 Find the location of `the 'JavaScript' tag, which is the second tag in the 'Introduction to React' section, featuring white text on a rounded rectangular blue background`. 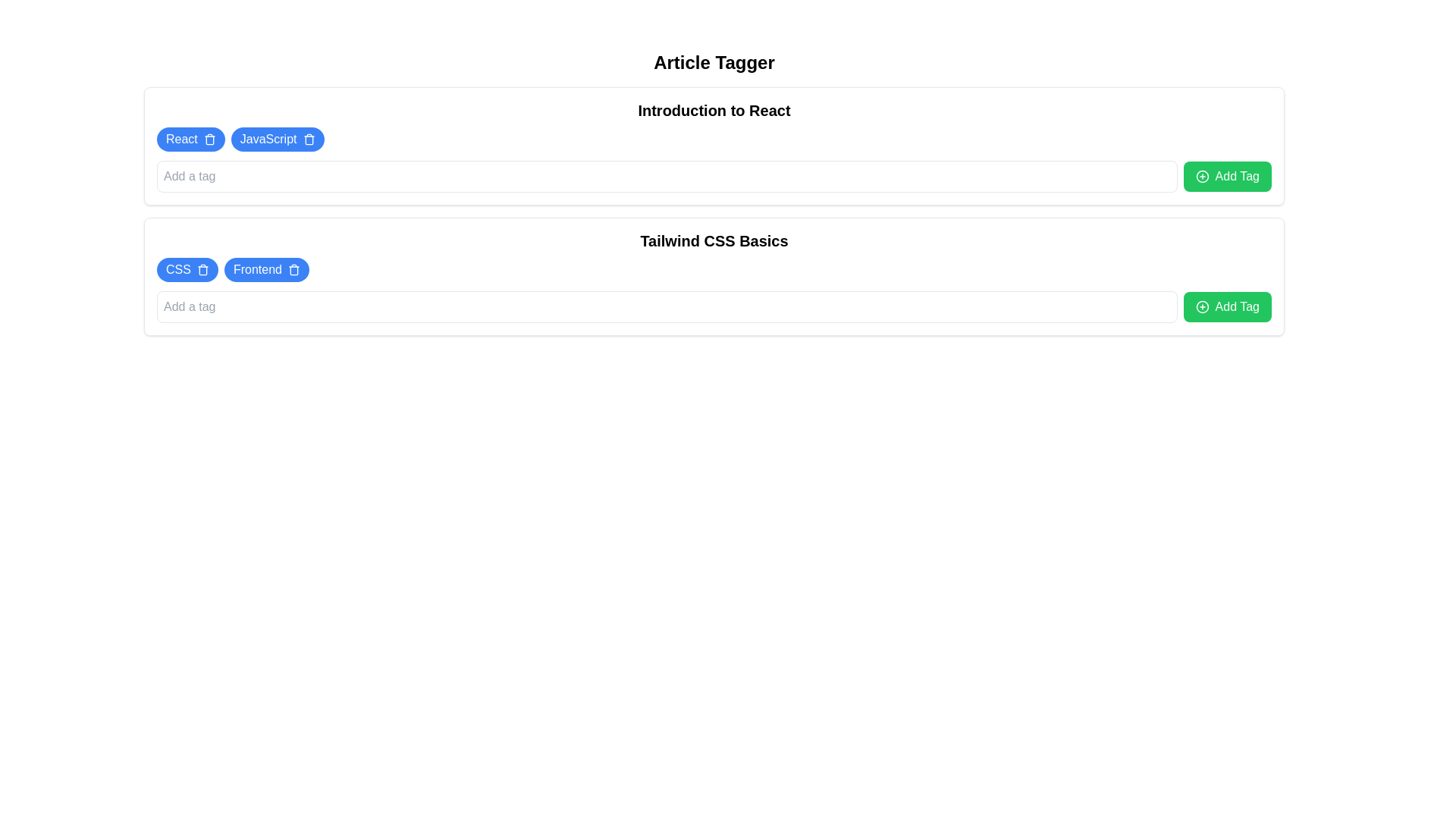

the 'JavaScript' tag, which is the second tag in the 'Introduction to React' section, featuring white text on a rounded rectangular blue background is located at coordinates (268, 140).